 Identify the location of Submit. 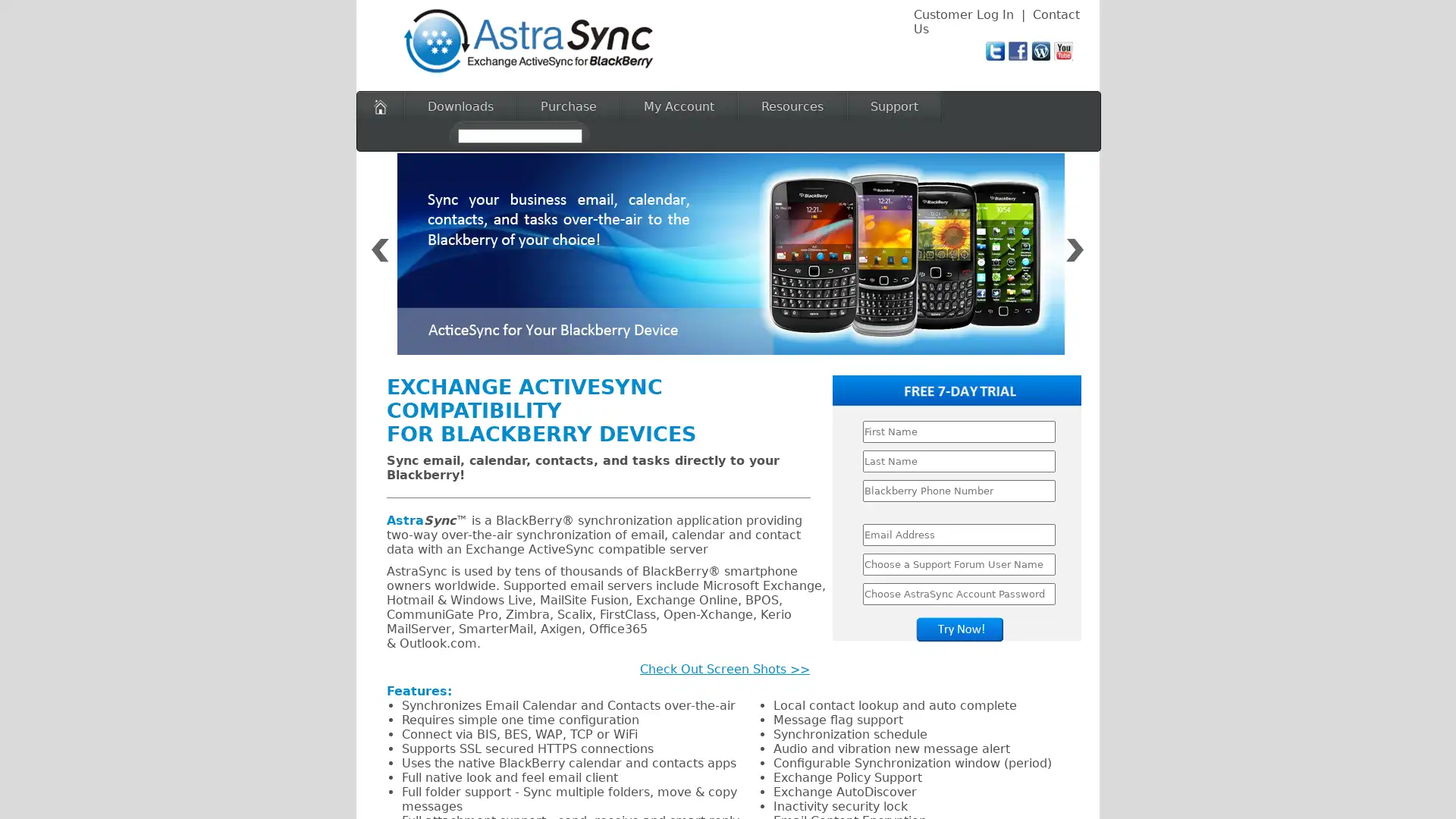
(959, 629).